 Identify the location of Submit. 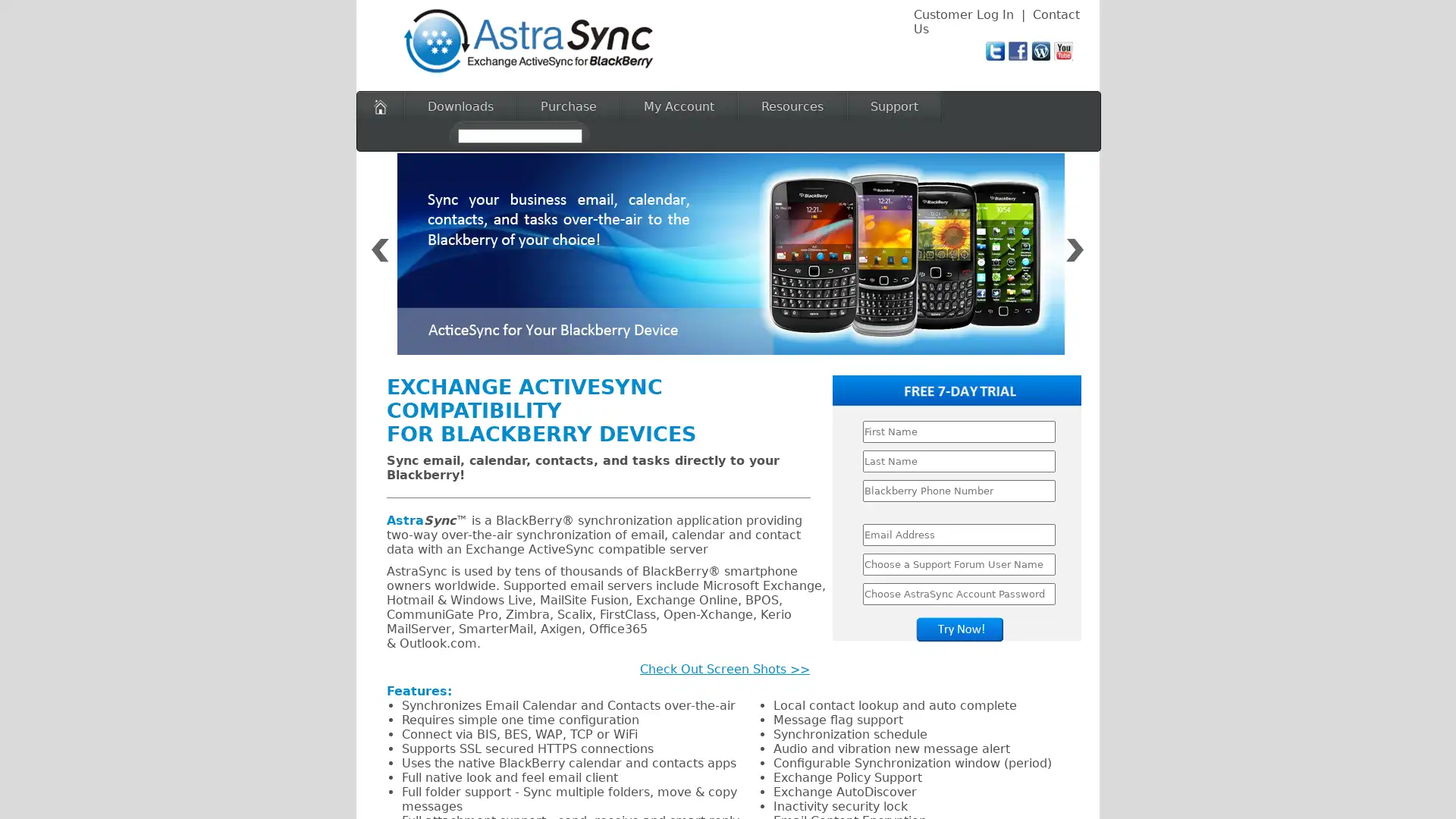
(959, 629).